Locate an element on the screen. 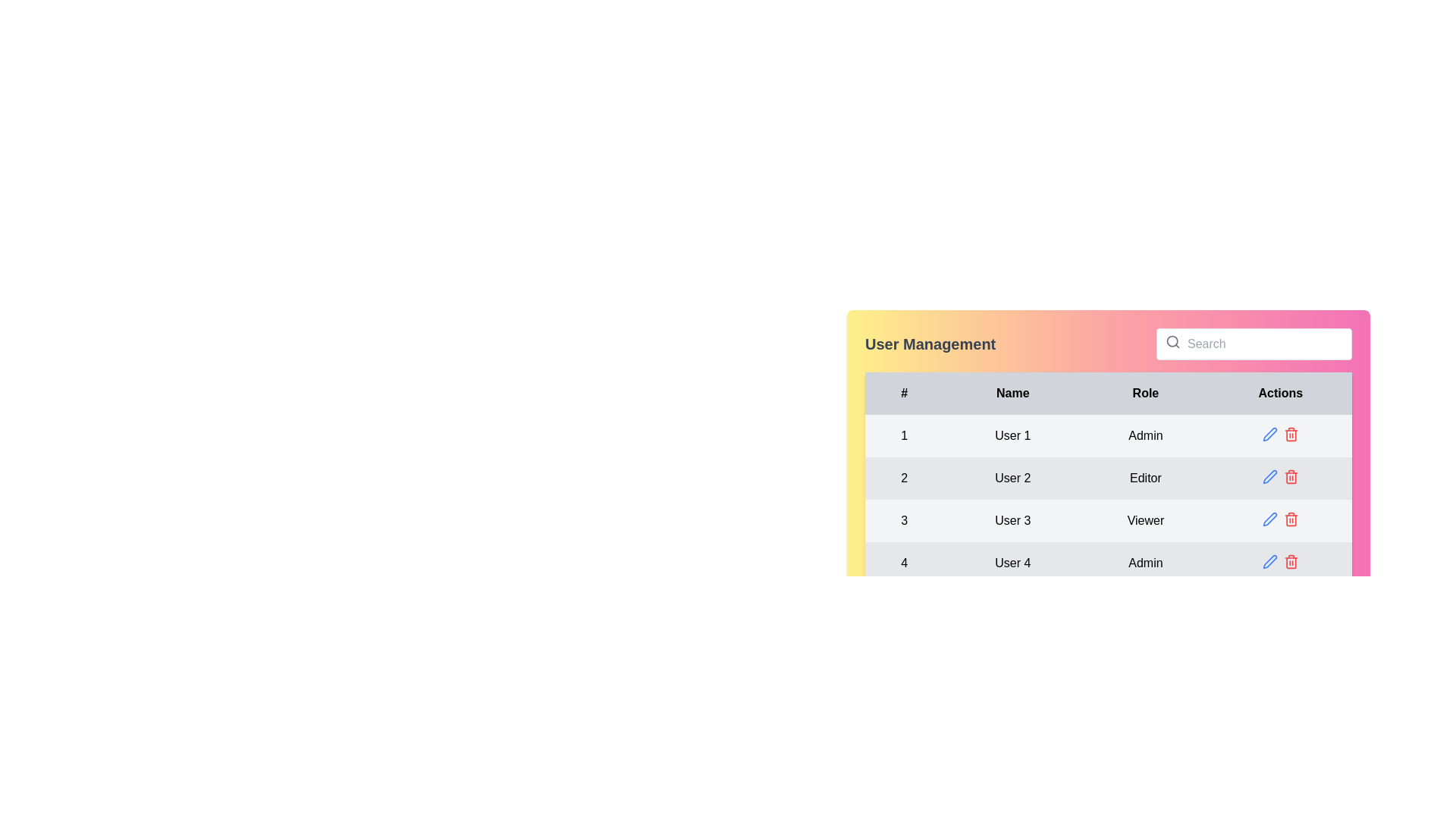 The height and width of the screenshot is (819, 1456). the 'Role' header text label in the table, which is the third element in the row of headers labeled '#', 'Name', 'Role', and 'Actions' is located at coordinates (1145, 393).